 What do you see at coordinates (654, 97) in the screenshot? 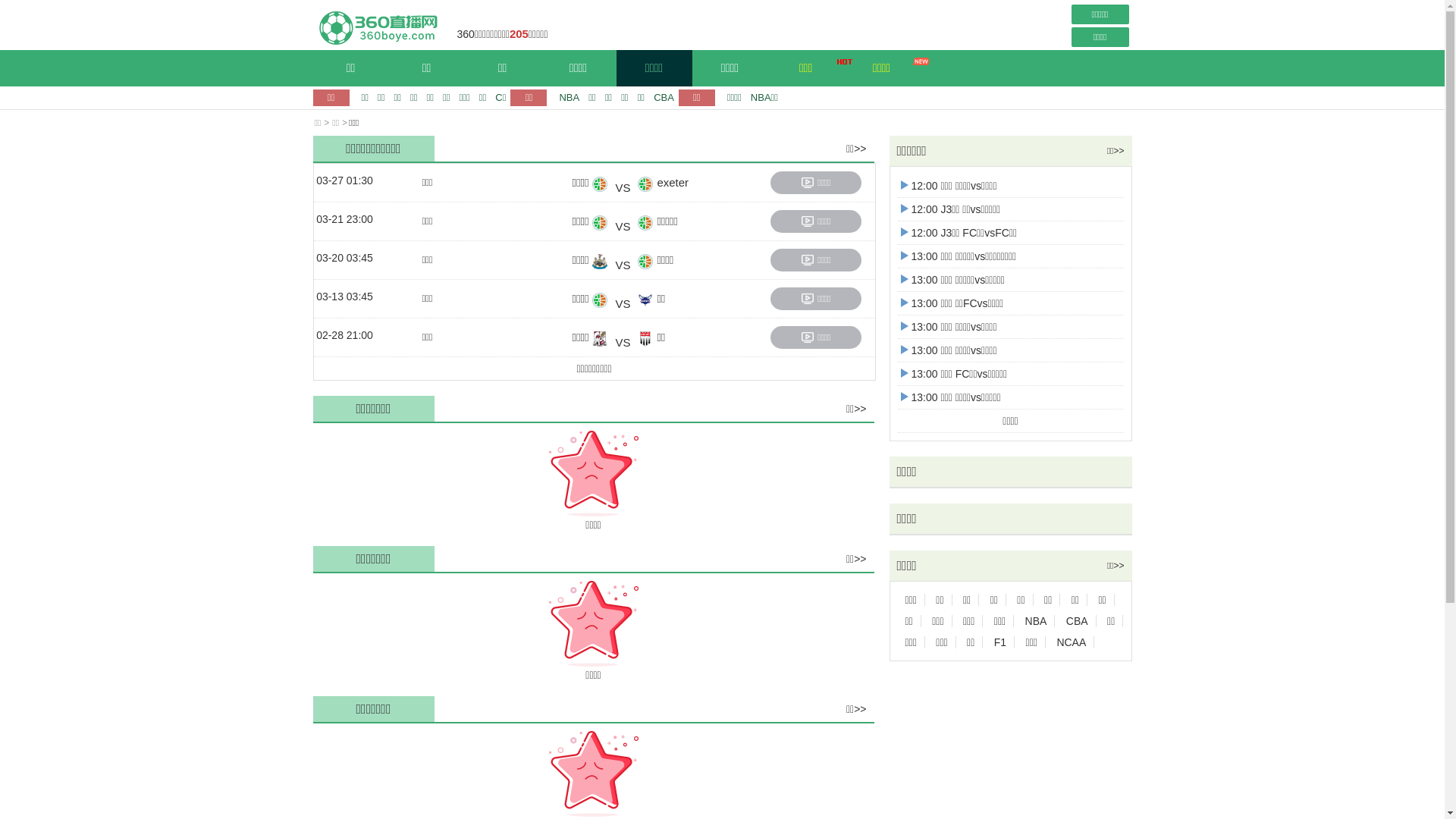
I see `'CBA'` at bounding box center [654, 97].